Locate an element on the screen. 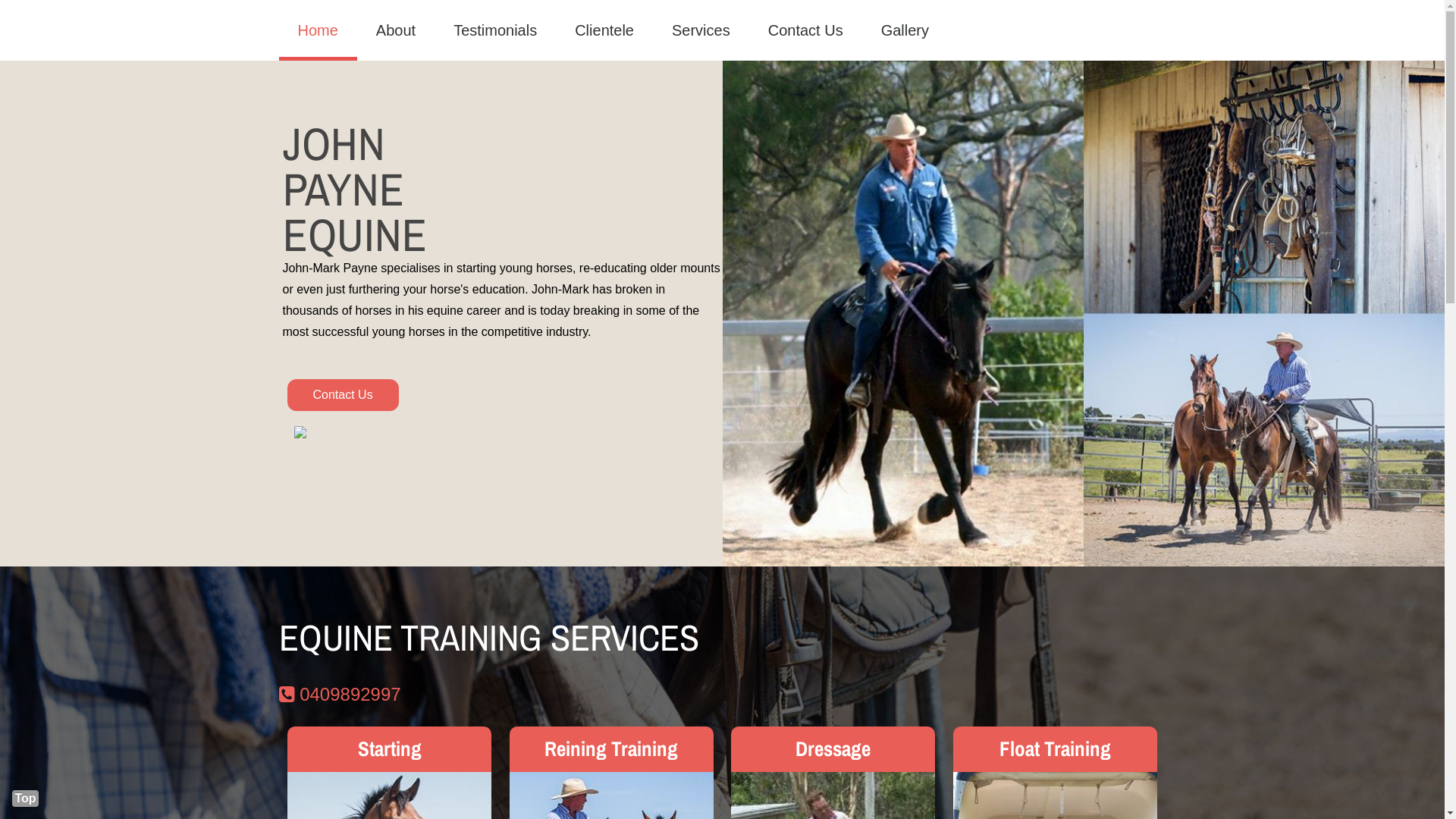 The image size is (1456, 819). 'About' is located at coordinates (356, 30).